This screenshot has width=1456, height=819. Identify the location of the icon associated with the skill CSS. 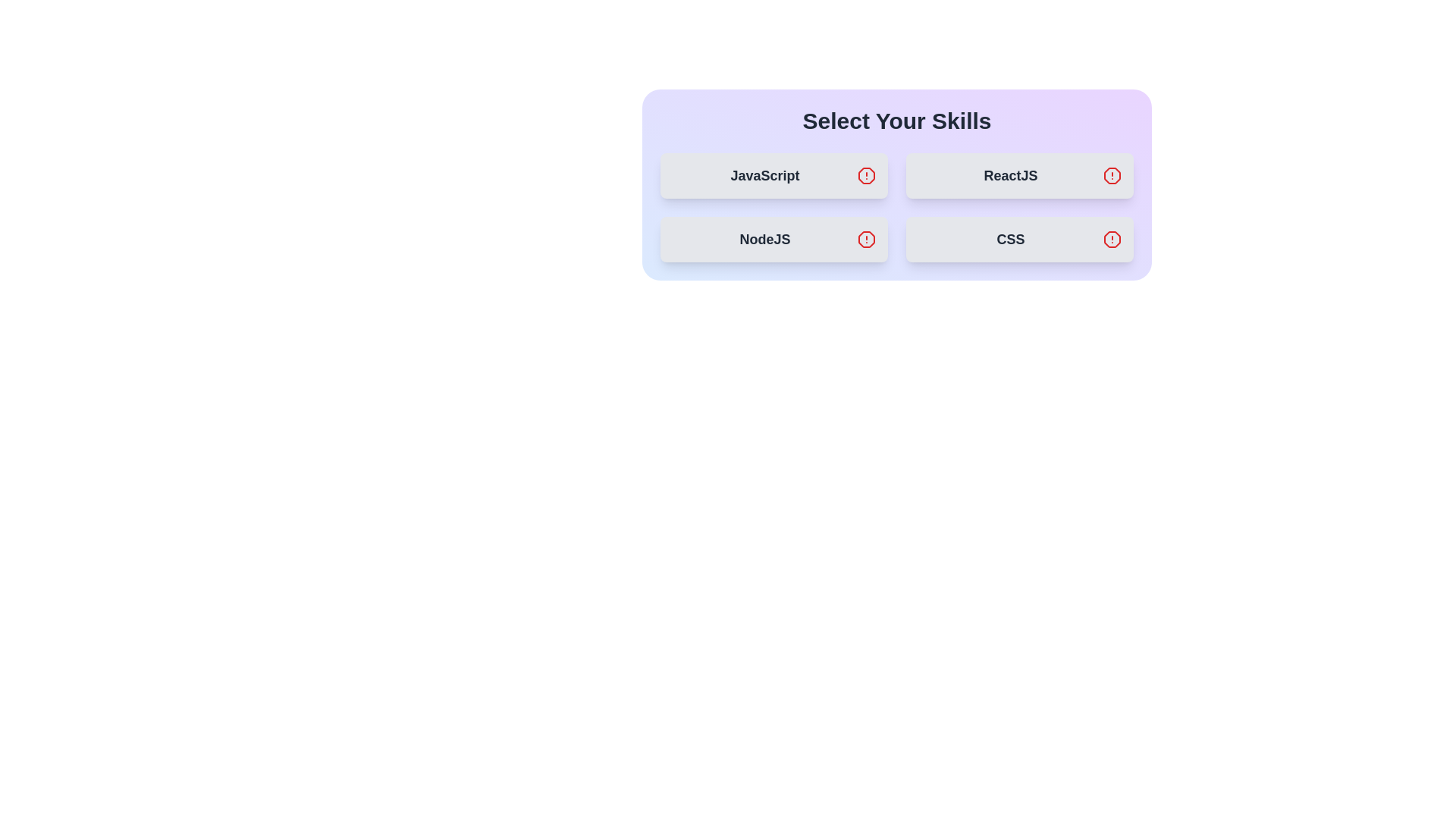
(1112, 239).